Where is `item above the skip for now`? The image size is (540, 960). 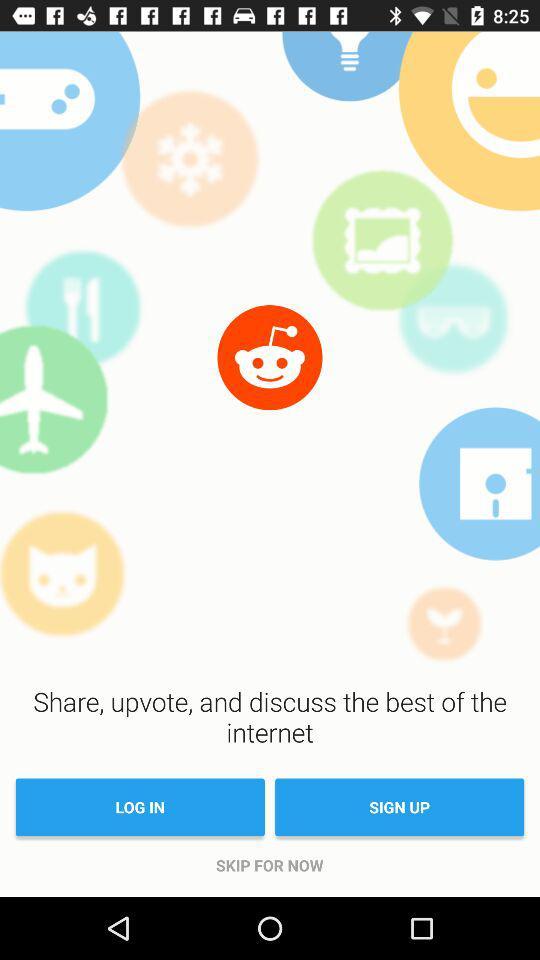
item above the skip for now is located at coordinates (139, 807).